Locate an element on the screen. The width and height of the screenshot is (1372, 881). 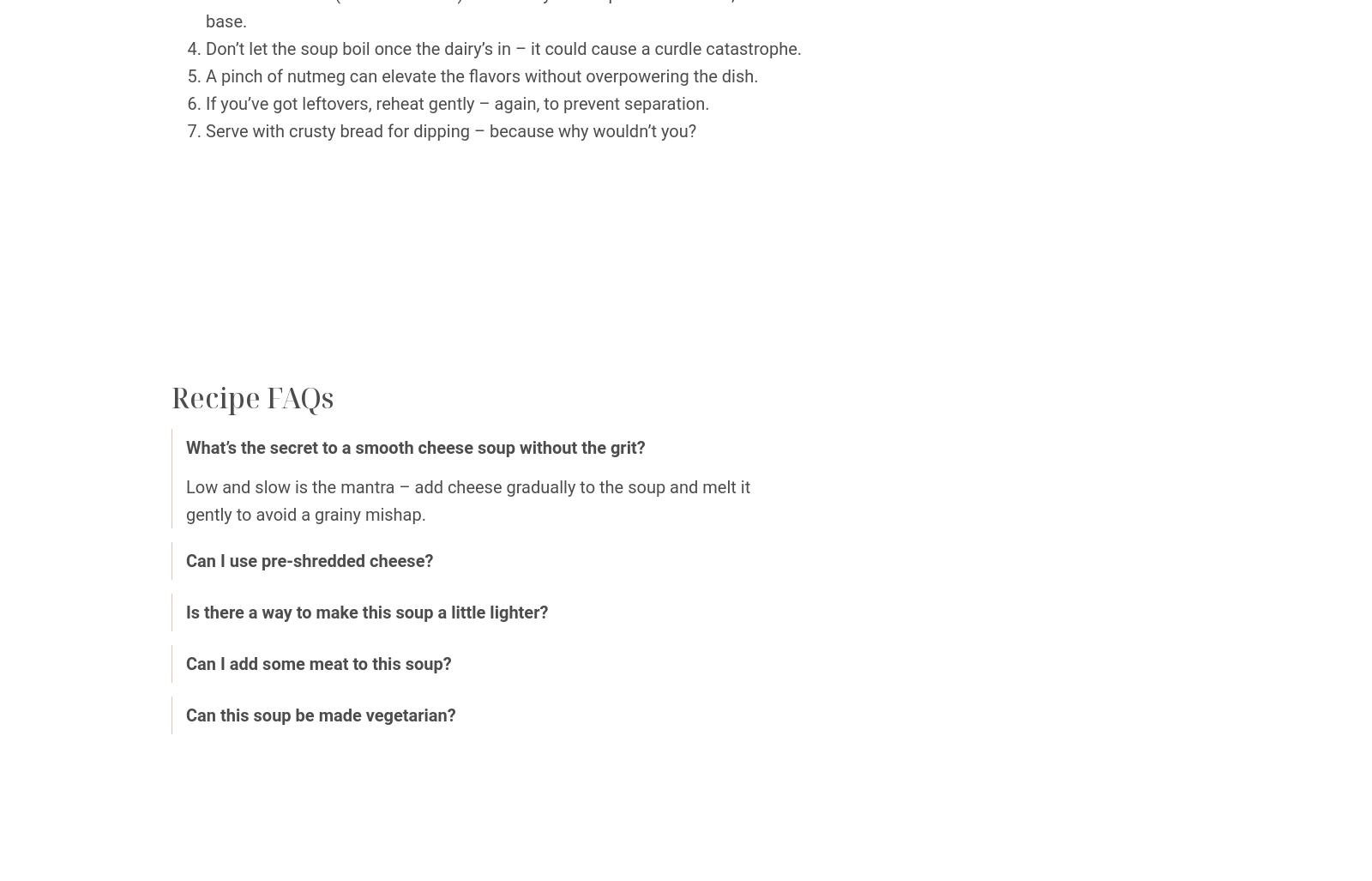
'Can this soup be made vegetarian?' is located at coordinates (320, 714).